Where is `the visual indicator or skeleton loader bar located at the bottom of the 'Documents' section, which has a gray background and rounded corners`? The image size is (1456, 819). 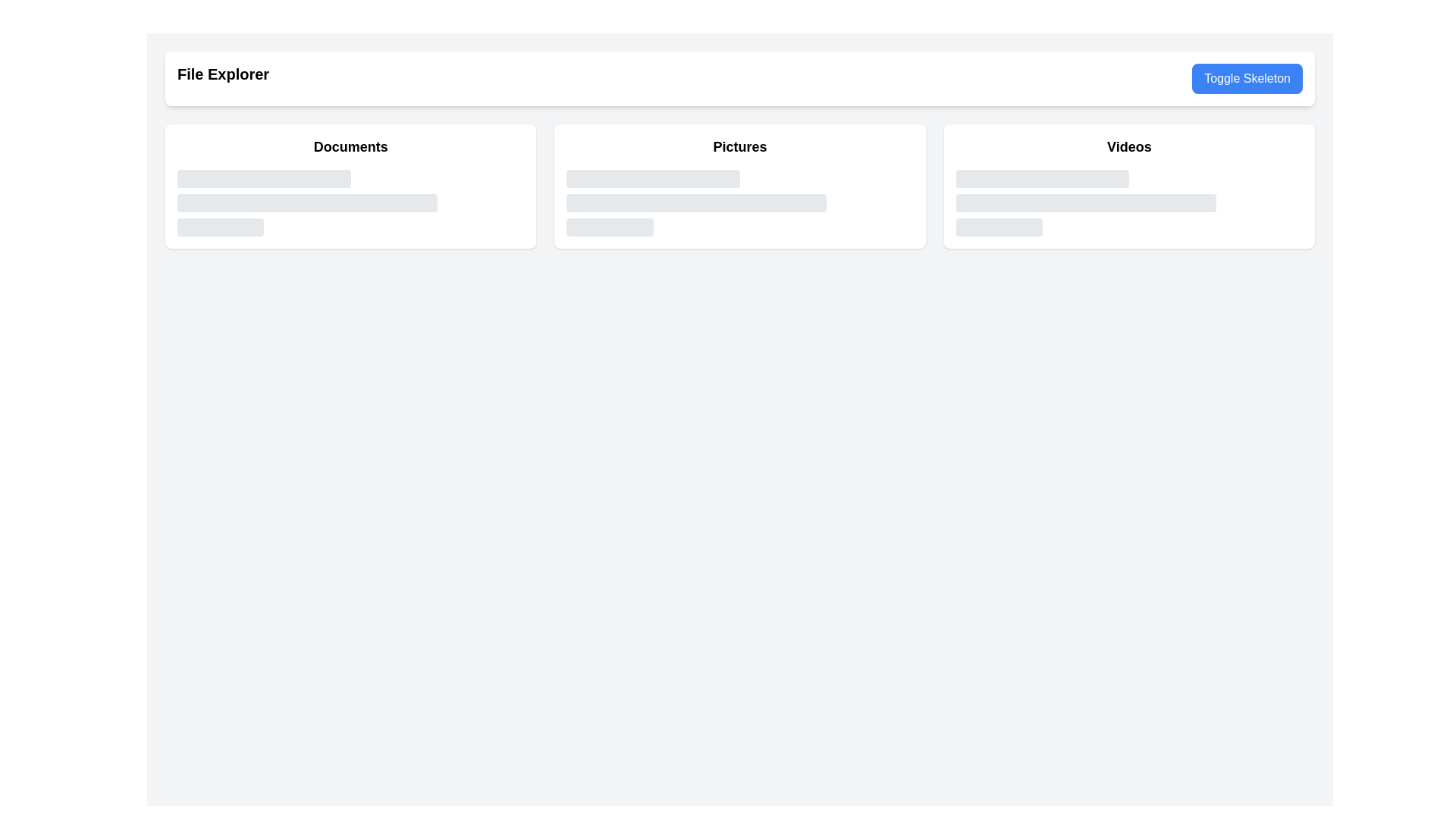
the visual indicator or skeleton loader bar located at the bottom of the 'Documents' section, which has a gray background and rounded corners is located at coordinates (220, 227).